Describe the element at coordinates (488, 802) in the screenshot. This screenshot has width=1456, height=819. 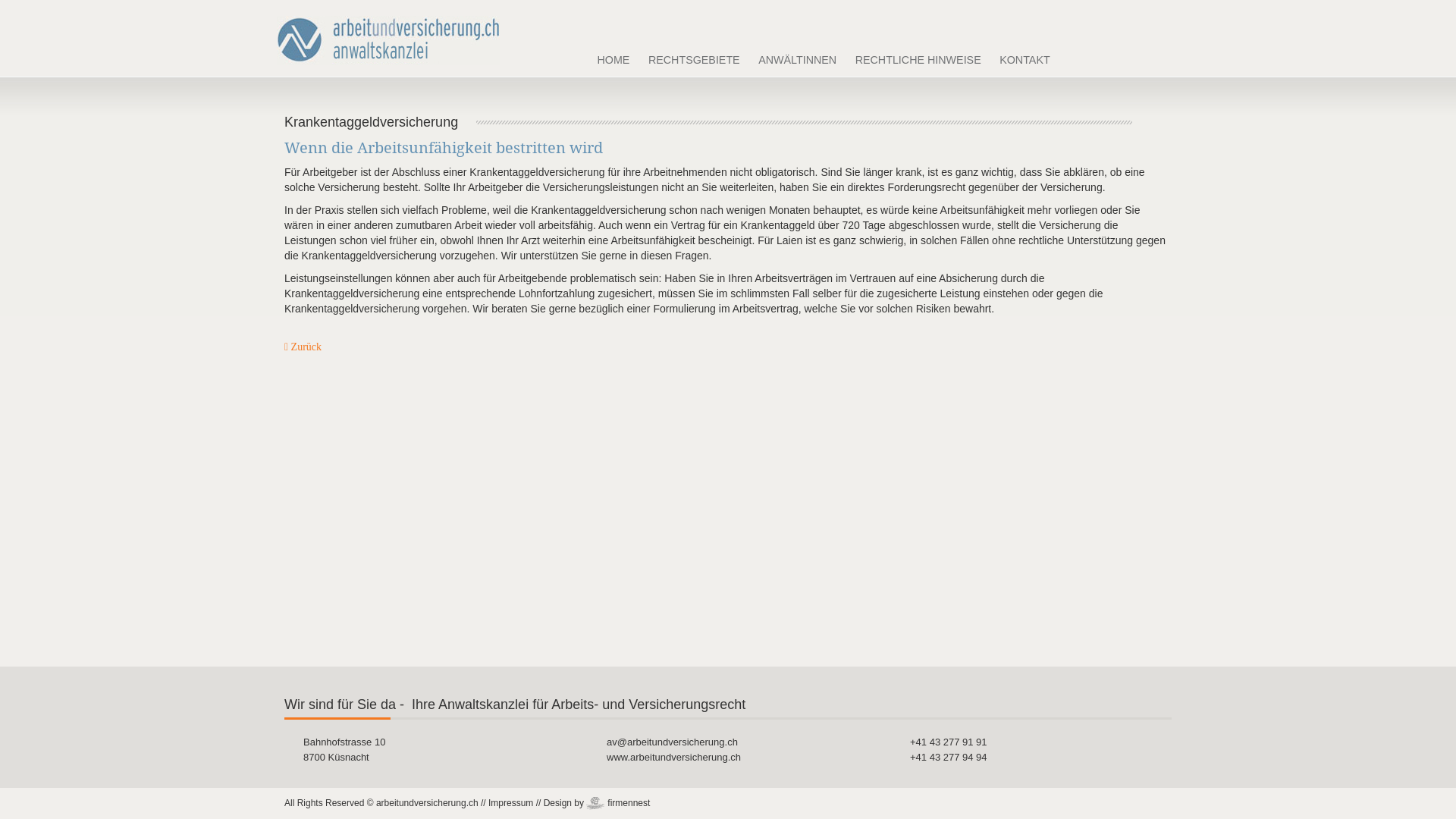
I see `'Impressum'` at that location.